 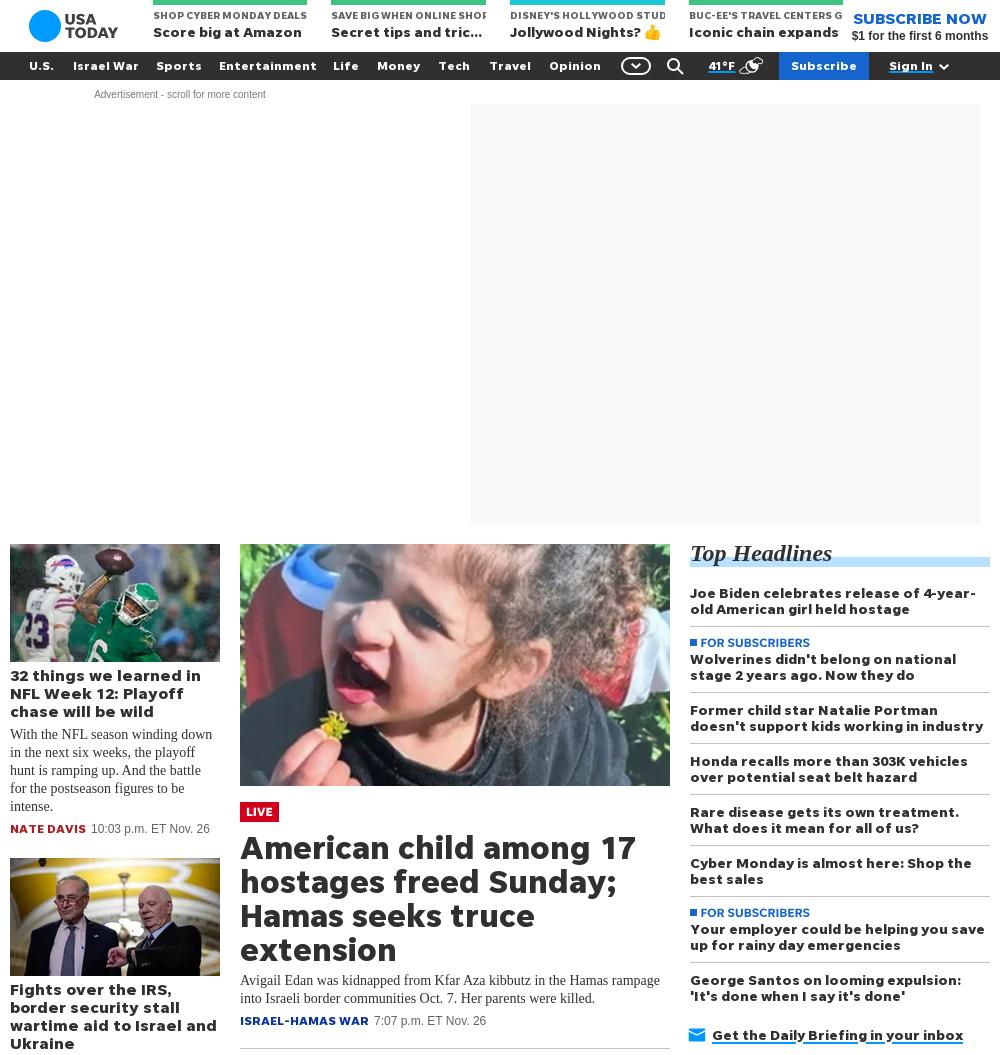 What do you see at coordinates (832, 600) in the screenshot?
I see `'Joe Biden celebrates release of 4-year-old American girl held hostage'` at bounding box center [832, 600].